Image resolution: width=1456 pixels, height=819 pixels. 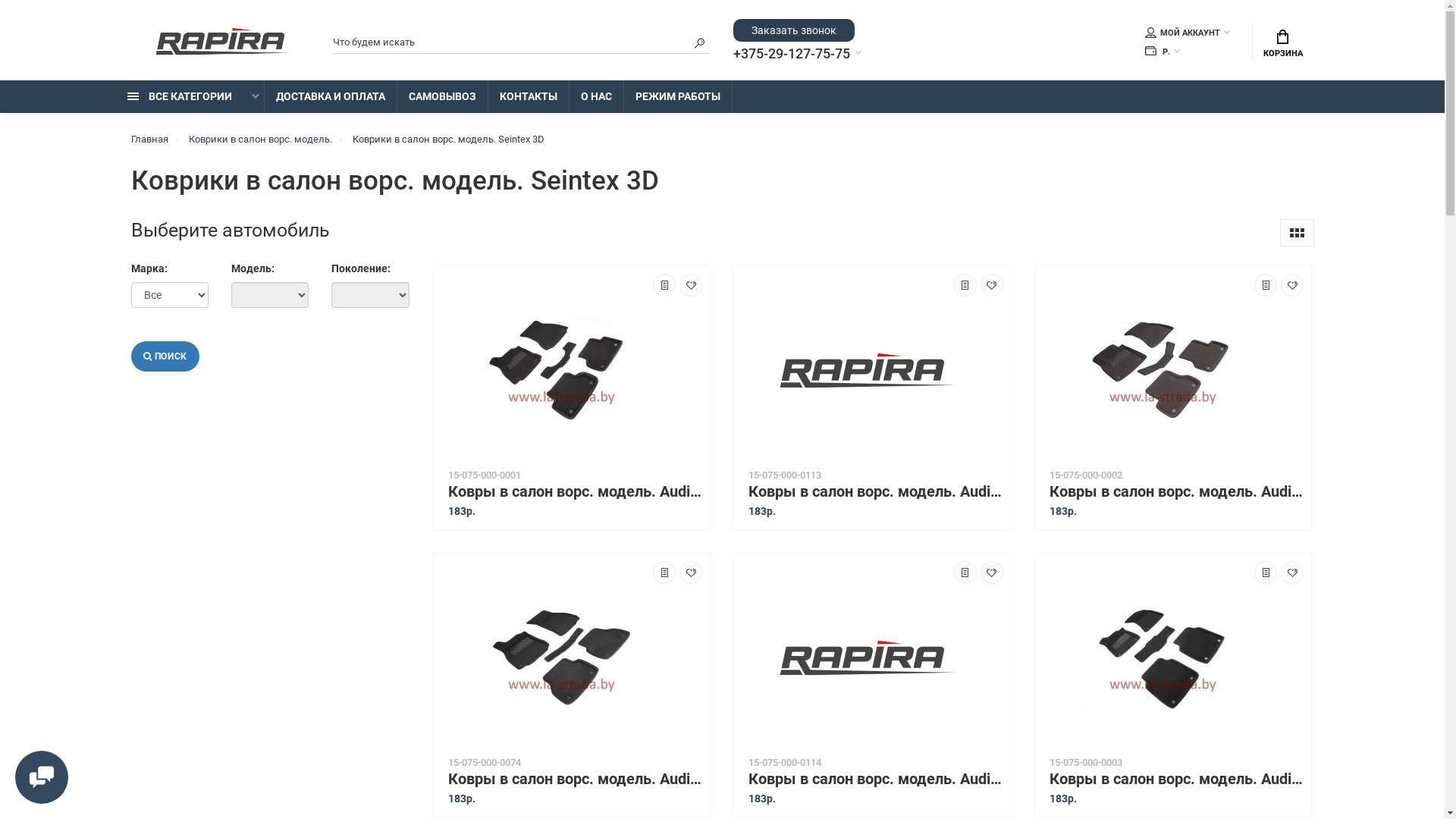 I want to click on '+375-29-127-75-75', so click(x=733, y=52).